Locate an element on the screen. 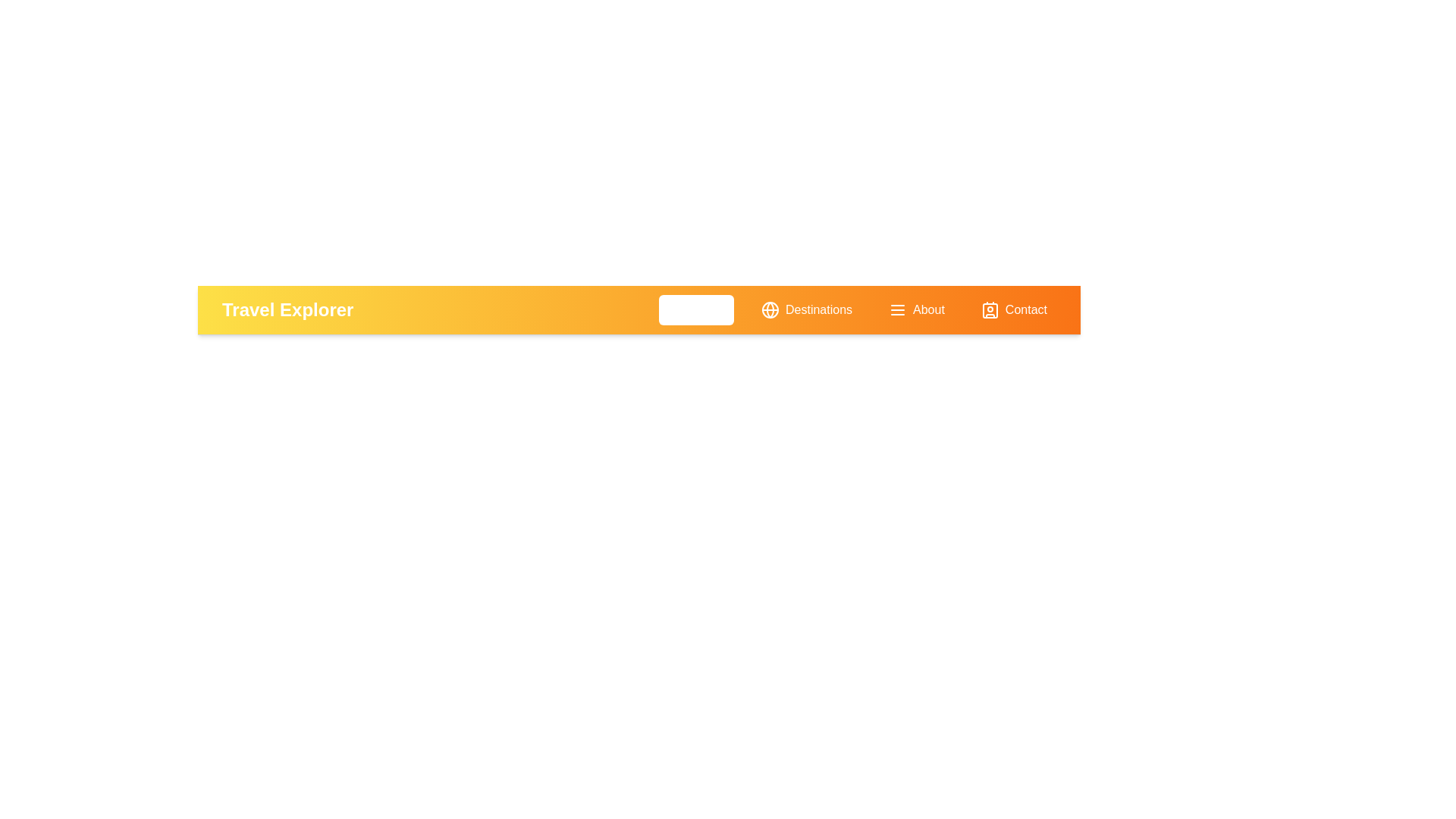 Image resolution: width=1456 pixels, height=819 pixels. the 'About' button, which is a horizontally-aligned button with white text on an orange background is located at coordinates (916, 309).